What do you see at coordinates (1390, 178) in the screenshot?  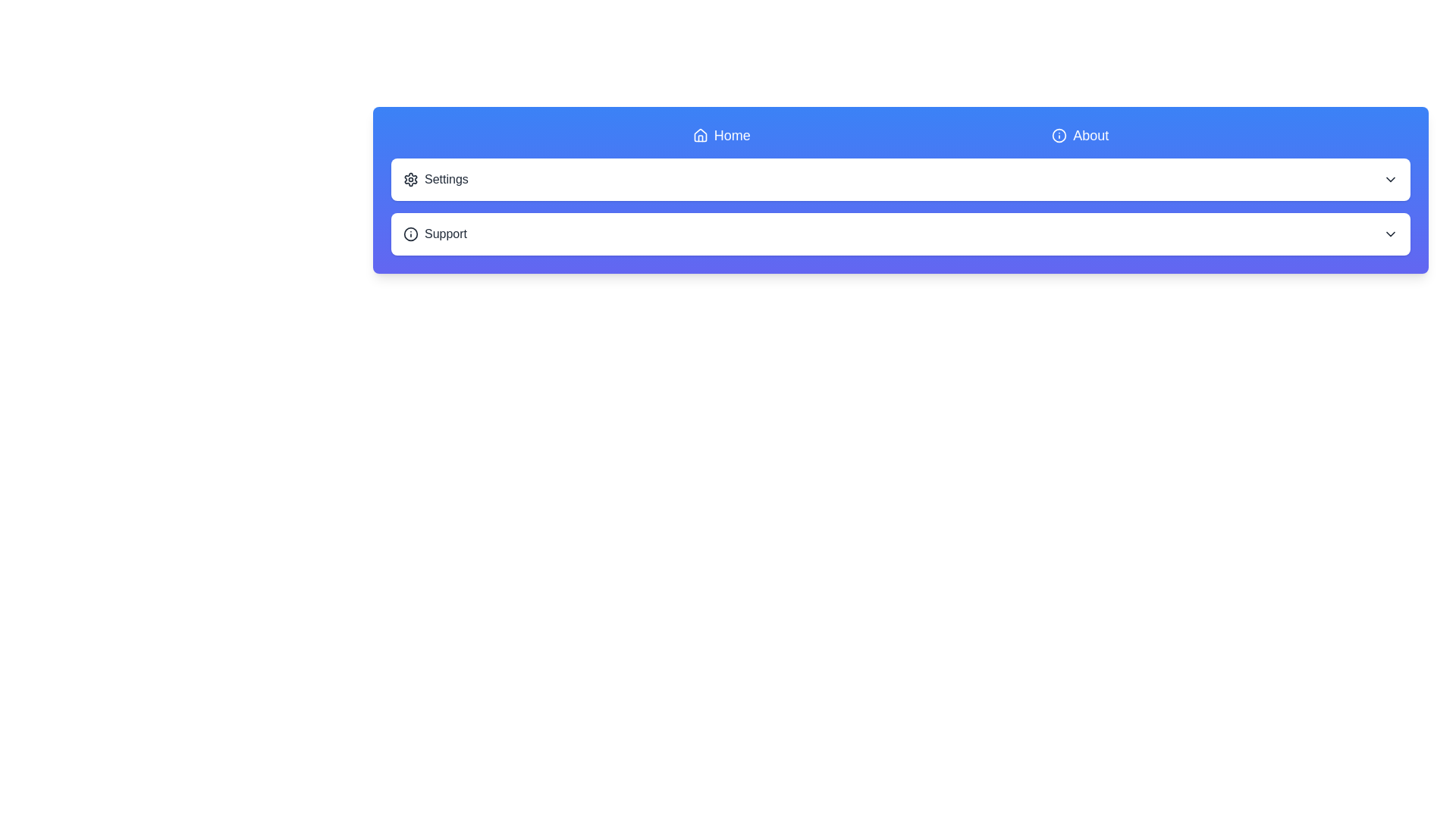 I see `the chevron-down icon next to the 'Settings' list item to explore the browser context menu options` at bounding box center [1390, 178].